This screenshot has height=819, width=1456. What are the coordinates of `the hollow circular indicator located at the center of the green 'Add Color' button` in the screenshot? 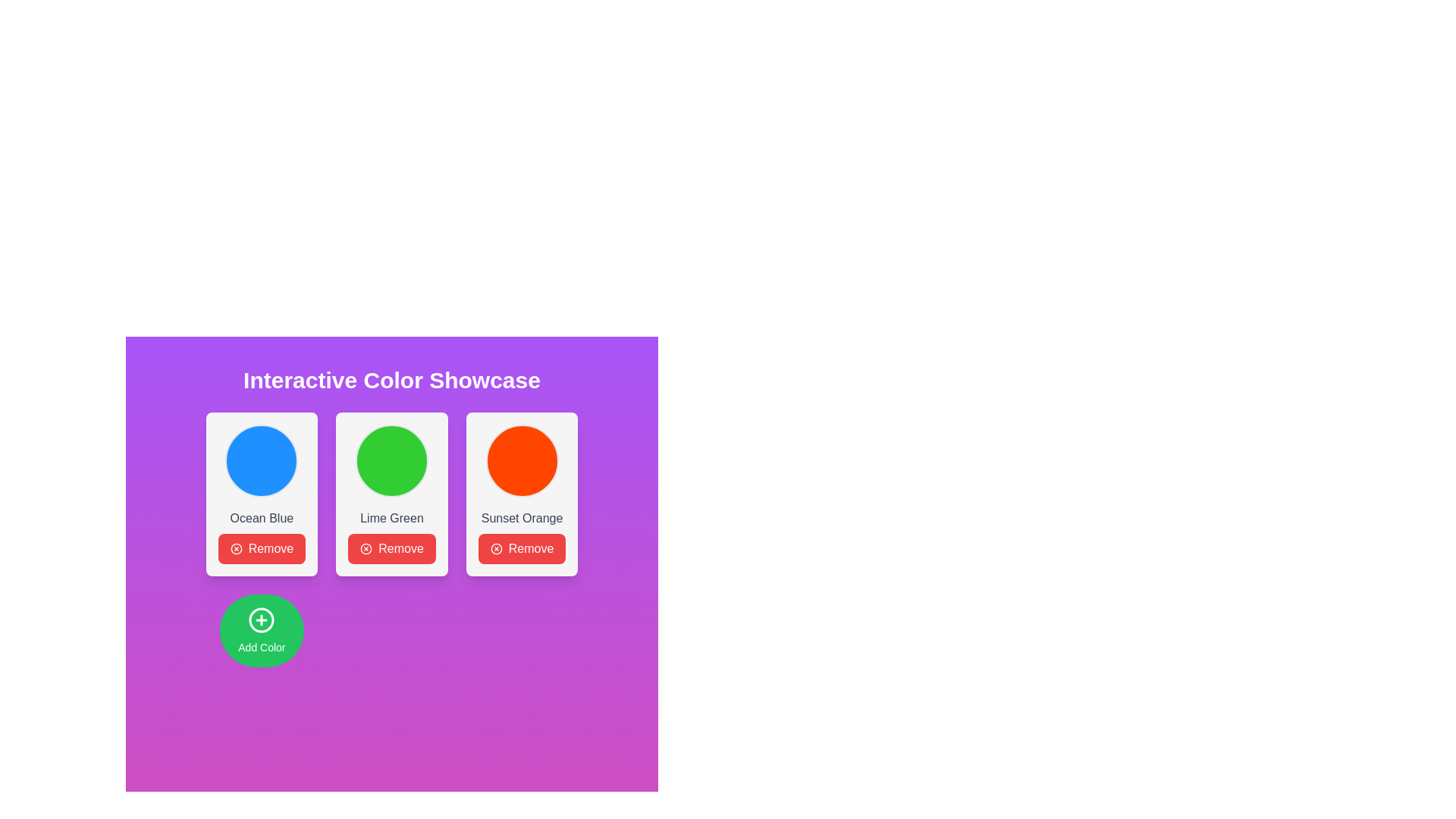 It's located at (262, 620).